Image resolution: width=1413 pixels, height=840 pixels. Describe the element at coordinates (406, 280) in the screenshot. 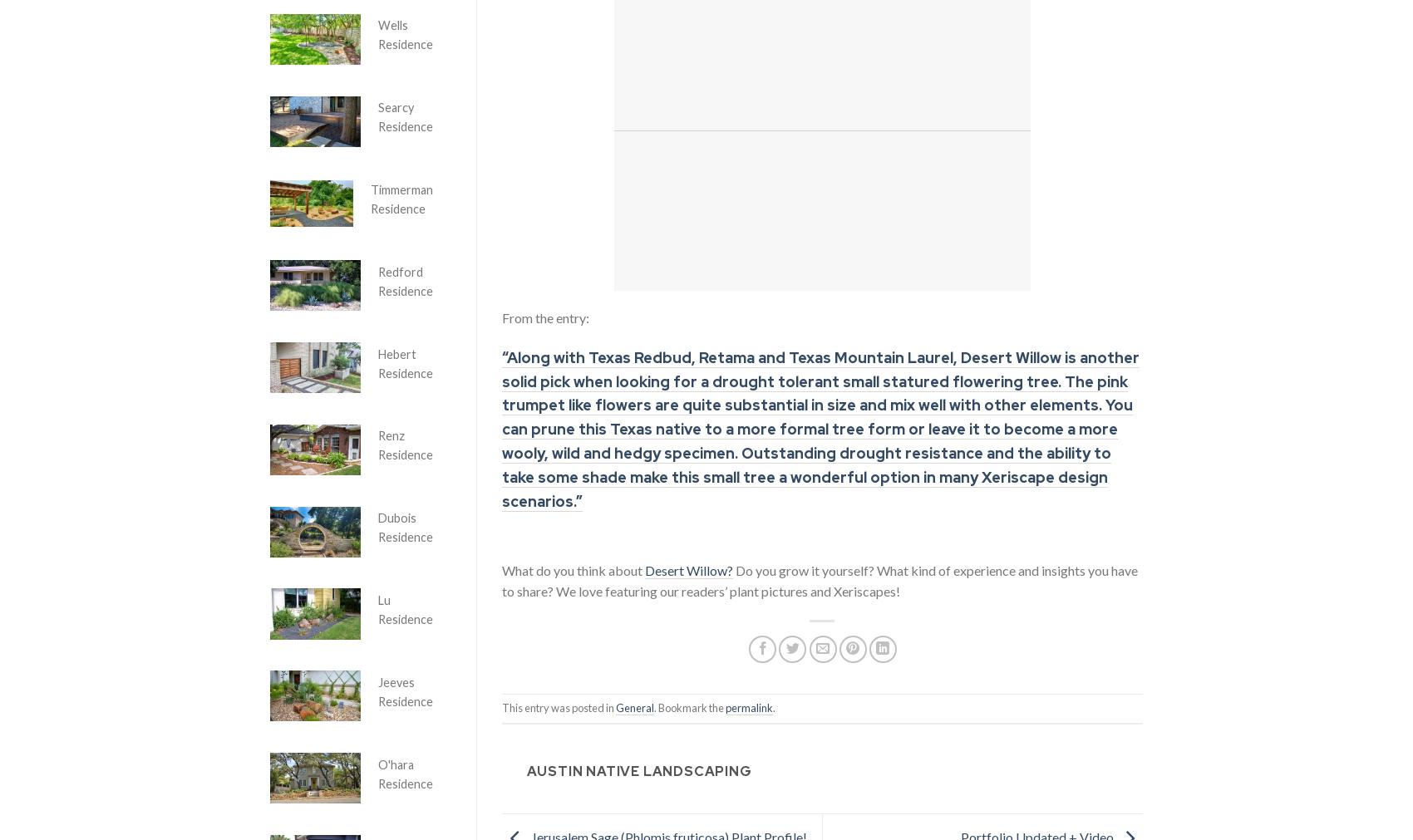

I see `'Redford Residence'` at that location.